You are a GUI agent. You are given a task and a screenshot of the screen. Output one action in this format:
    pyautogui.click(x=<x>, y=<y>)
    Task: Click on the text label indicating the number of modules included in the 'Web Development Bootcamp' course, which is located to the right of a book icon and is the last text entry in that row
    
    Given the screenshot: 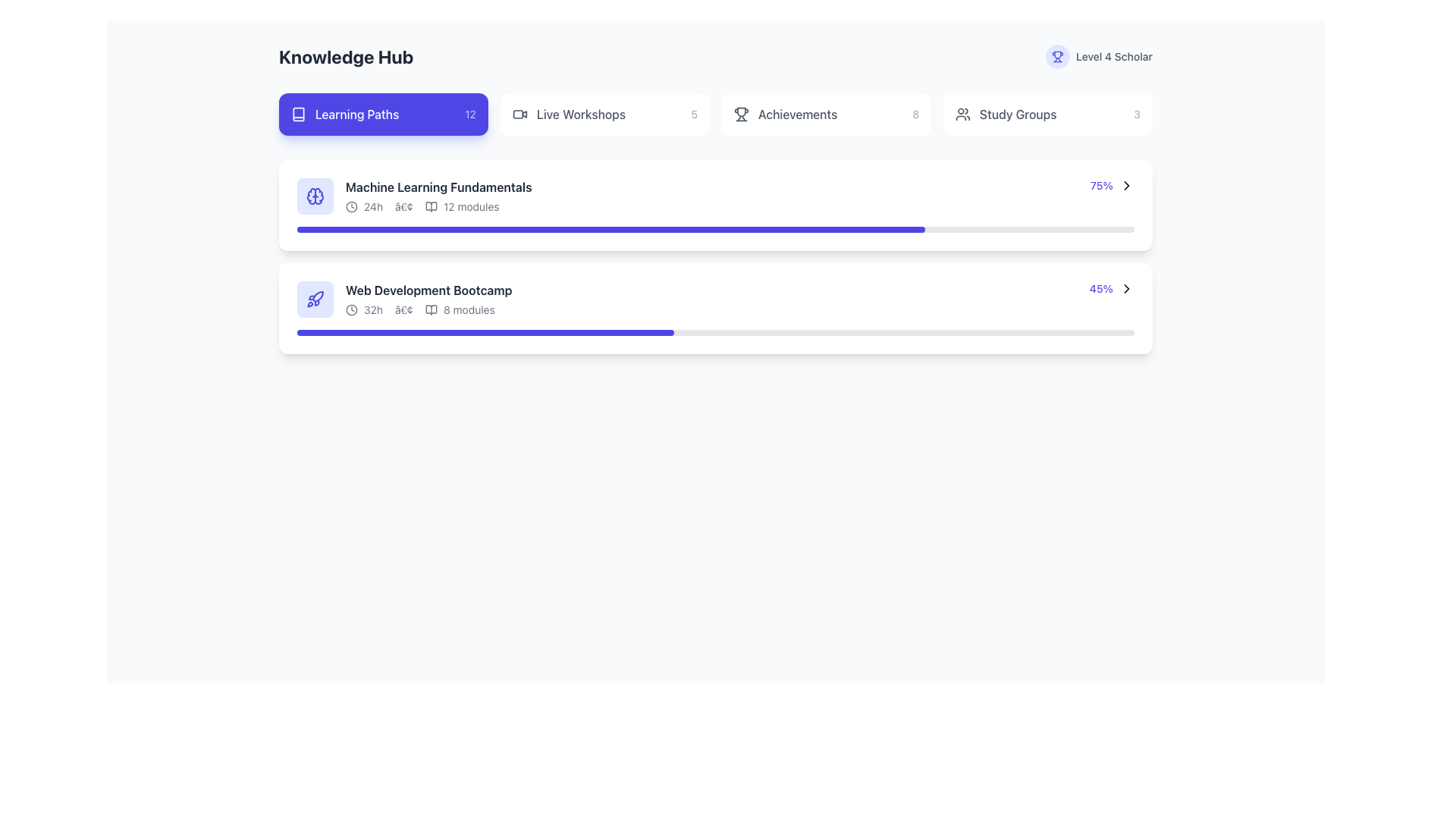 What is the action you would take?
    pyautogui.click(x=468, y=309)
    